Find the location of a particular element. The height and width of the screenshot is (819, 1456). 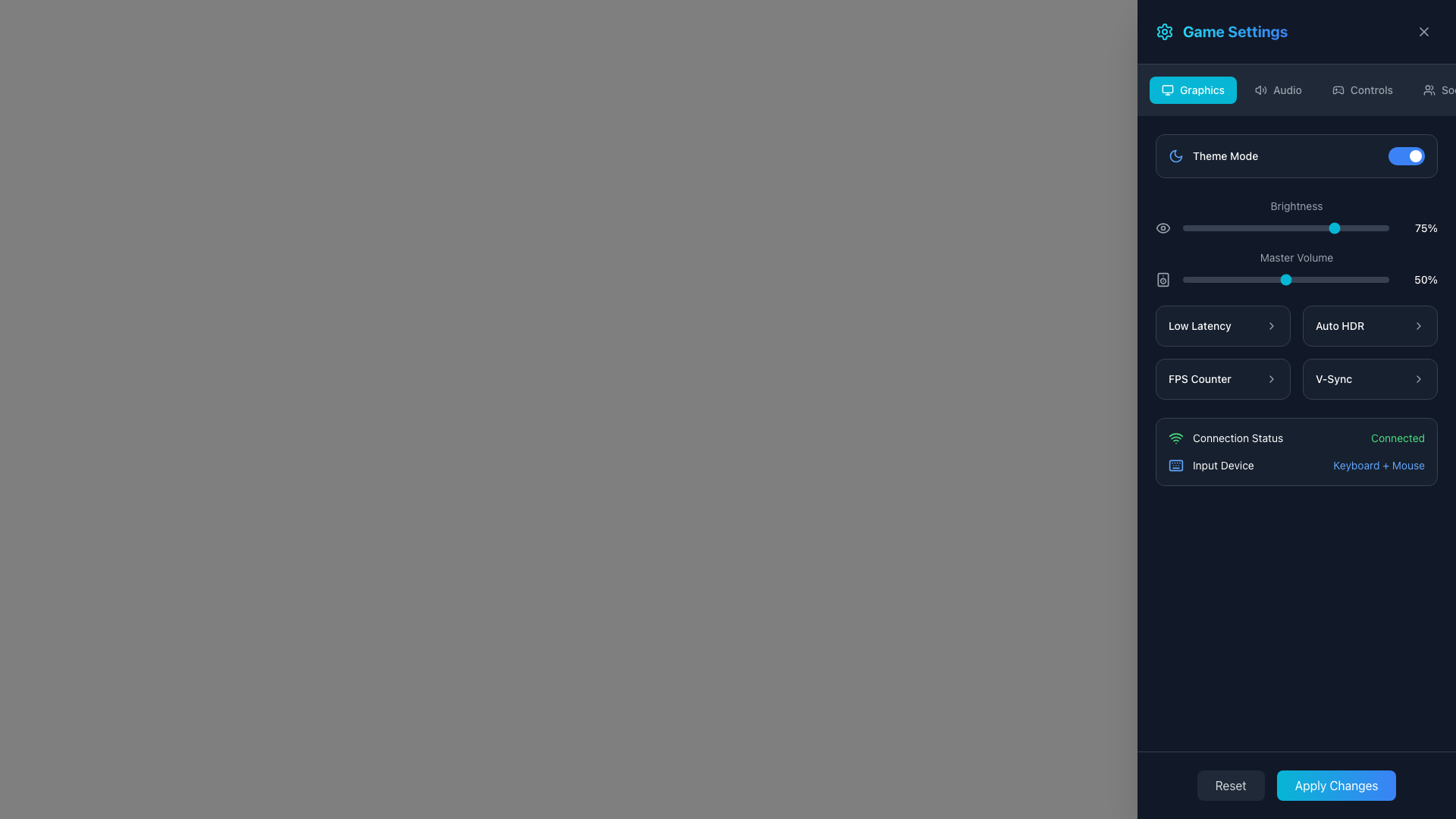

the Text label that describes the latency setting in the Graphics tab of the settings interface, positioned on the left side with an arrow icon to its right is located at coordinates (1199, 325).